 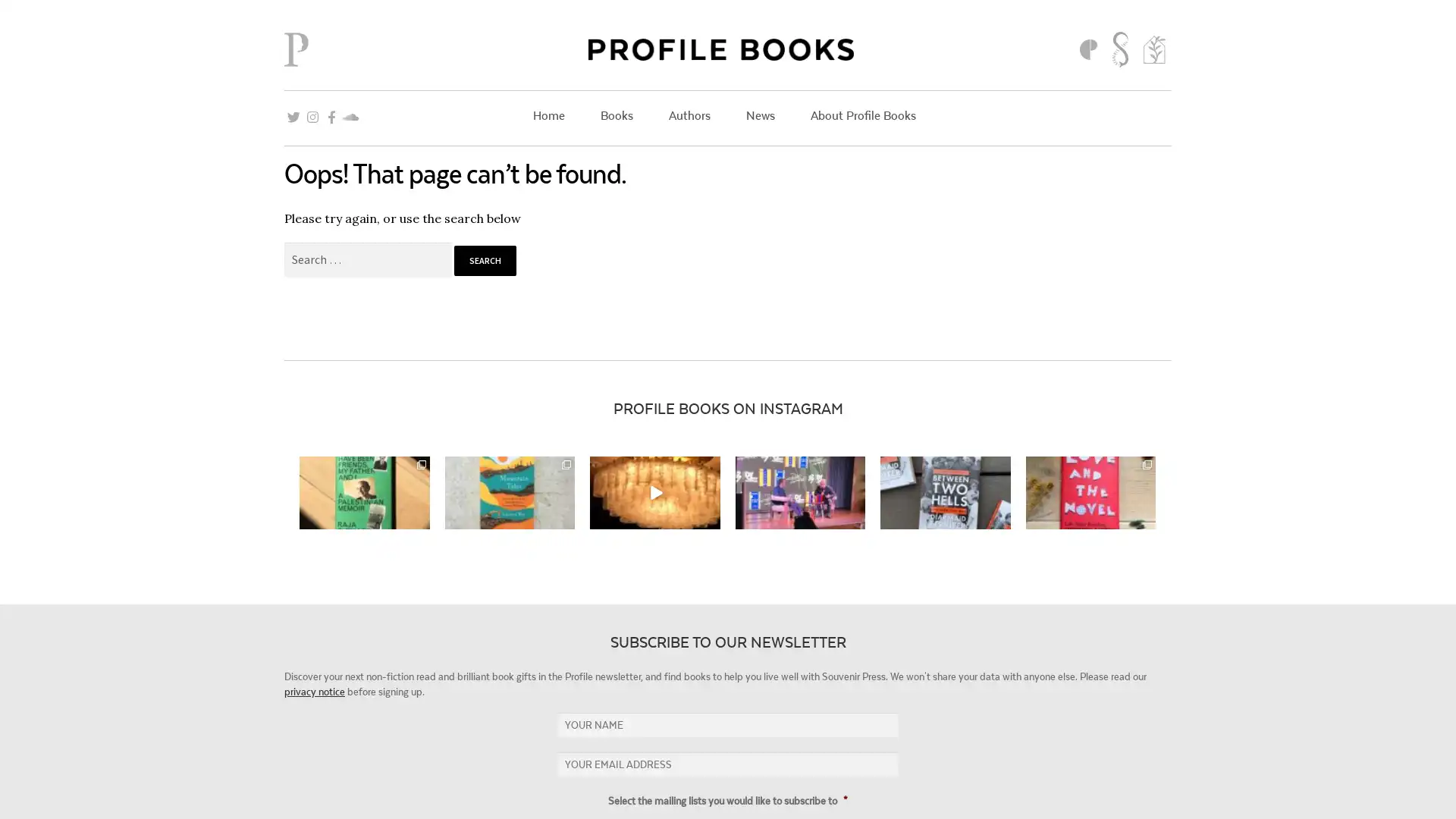 What do you see at coordinates (483, 259) in the screenshot?
I see `Search` at bounding box center [483, 259].